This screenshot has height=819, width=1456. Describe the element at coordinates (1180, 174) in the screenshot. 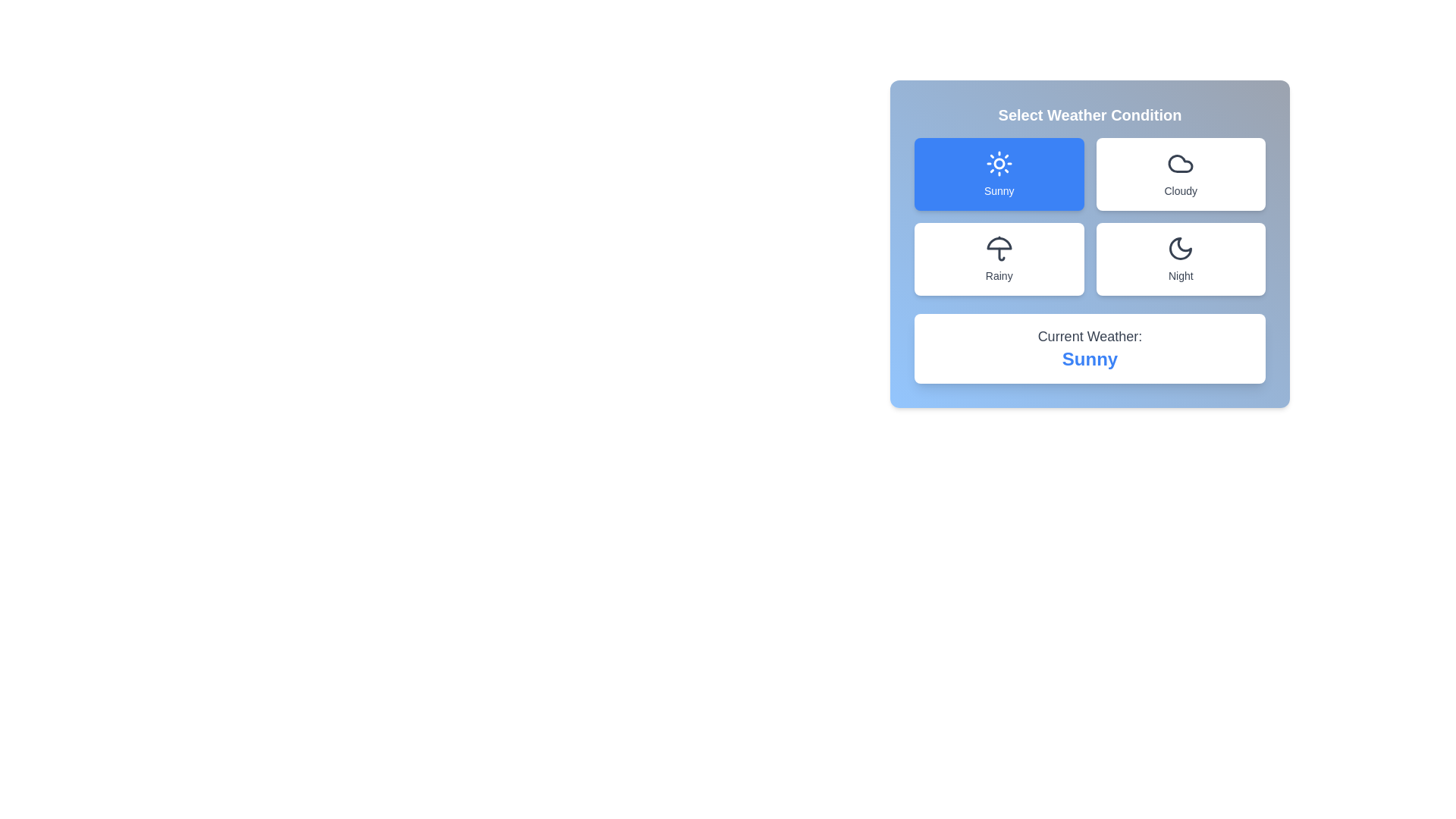

I see `the weather condition Cloudy by clicking the corresponding button` at that location.